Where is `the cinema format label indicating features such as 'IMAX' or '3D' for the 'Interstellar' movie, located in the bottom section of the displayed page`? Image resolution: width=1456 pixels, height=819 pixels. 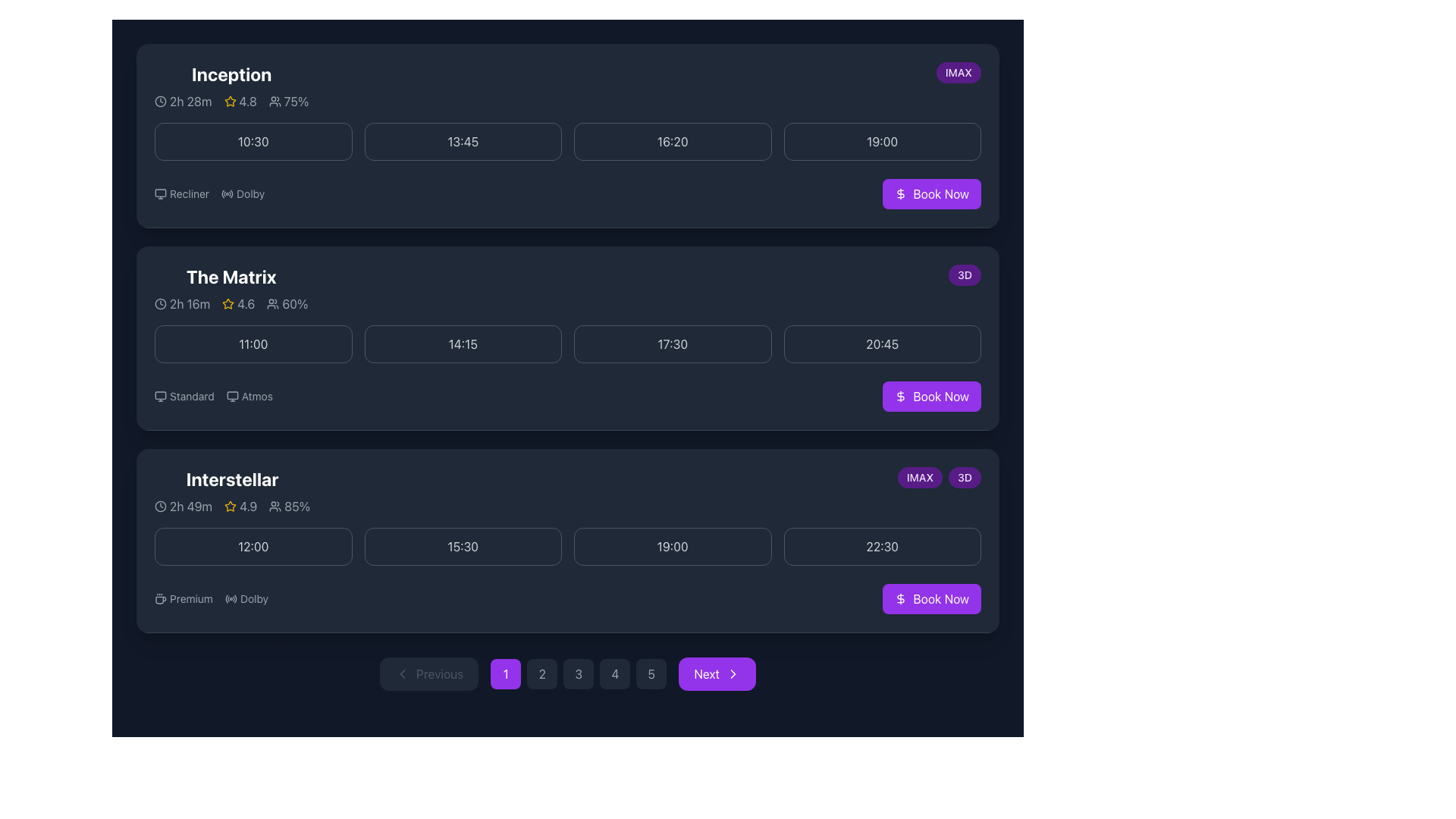 the cinema format label indicating features such as 'IMAX' or '3D' for the 'Interstellar' movie, located in the bottom section of the displayed page is located at coordinates (938, 476).